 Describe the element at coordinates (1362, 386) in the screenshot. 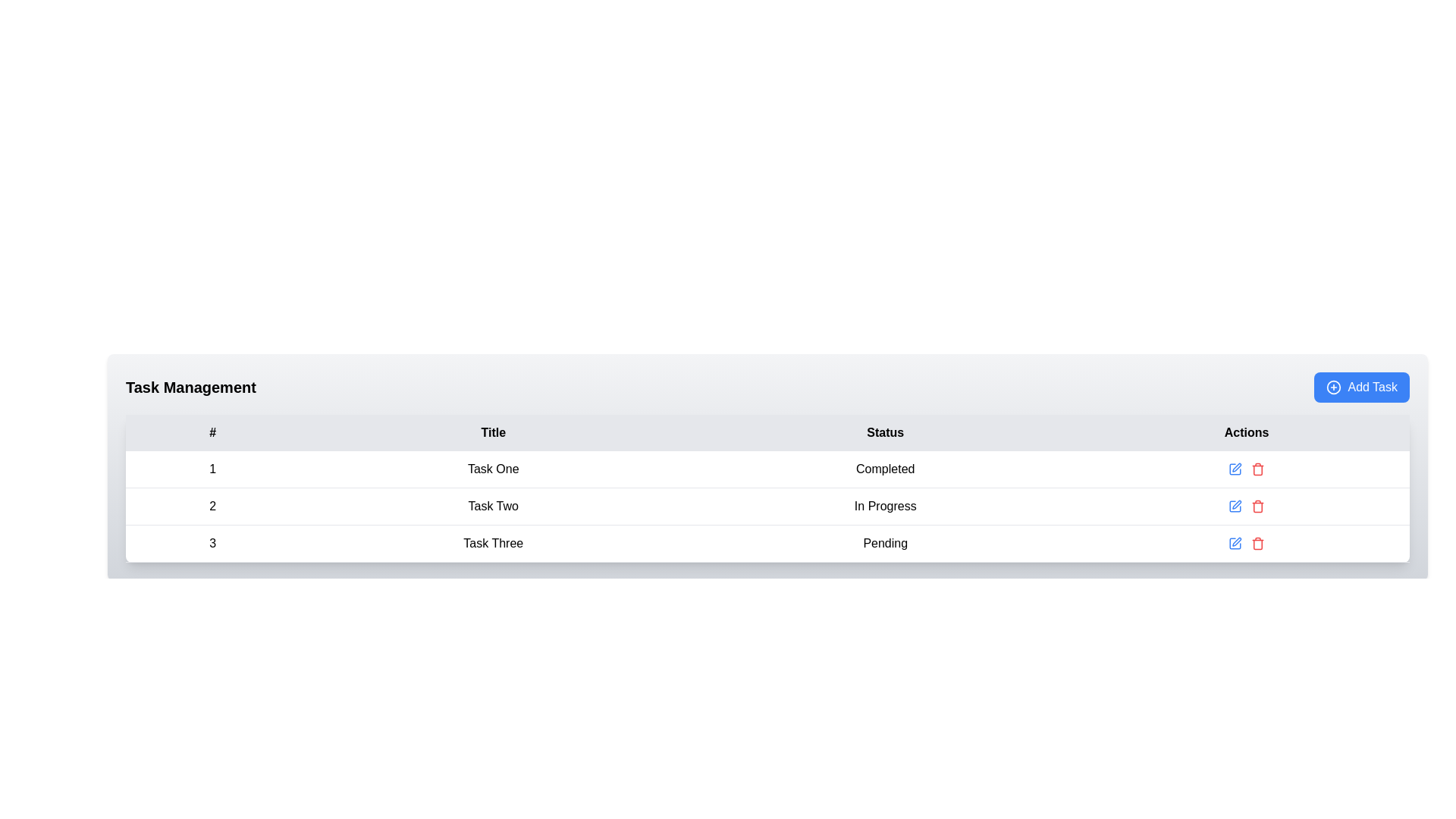

I see `the 'Add Task' button located in the top-right corner of the 'Task Management' interface` at that location.